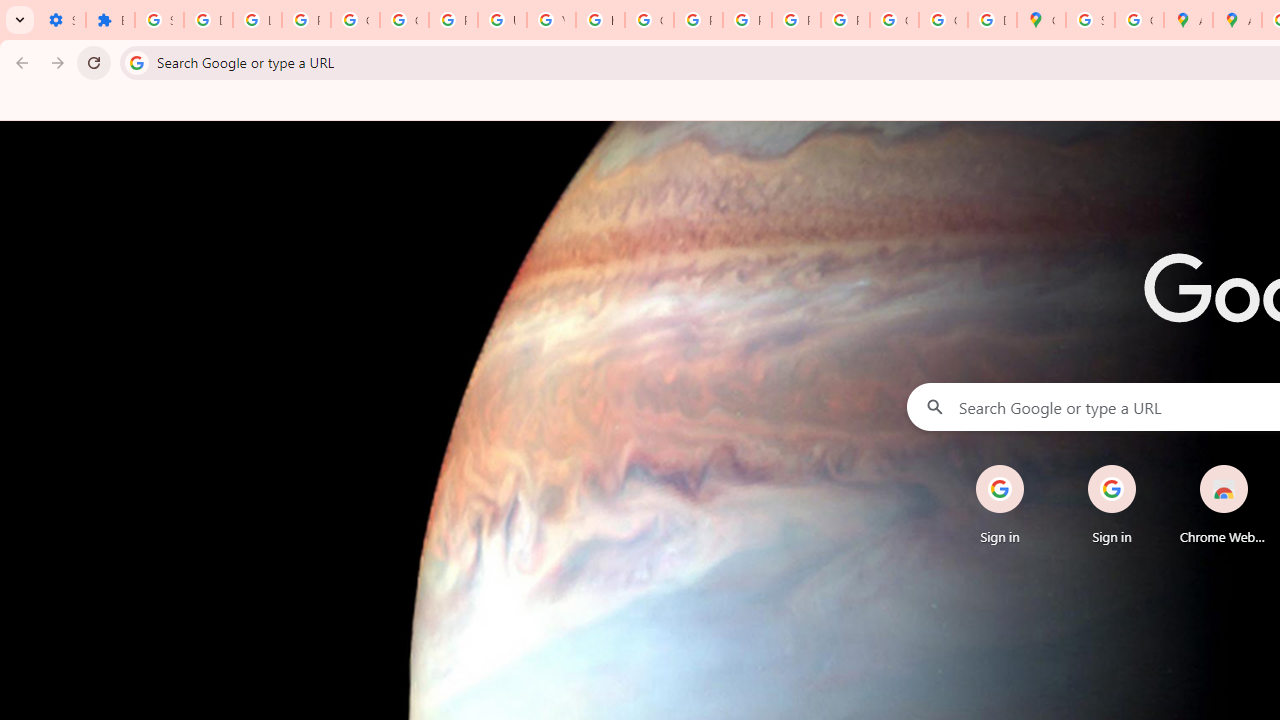 This screenshot has height=720, width=1280. What do you see at coordinates (355, 20) in the screenshot?
I see `'Google Account Help'` at bounding box center [355, 20].